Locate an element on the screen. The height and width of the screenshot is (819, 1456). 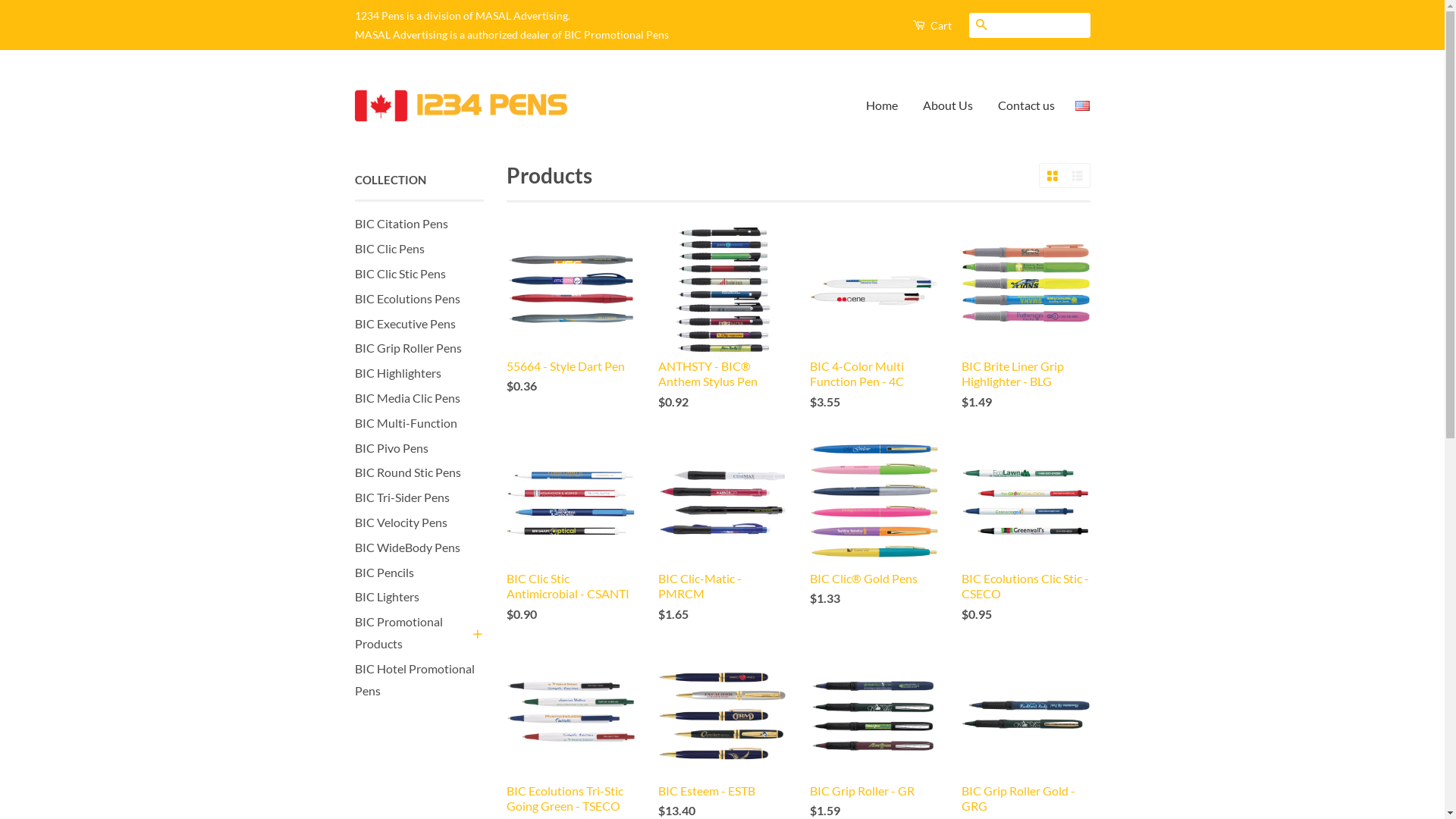
'Cart' is located at coordinates (930, 25).